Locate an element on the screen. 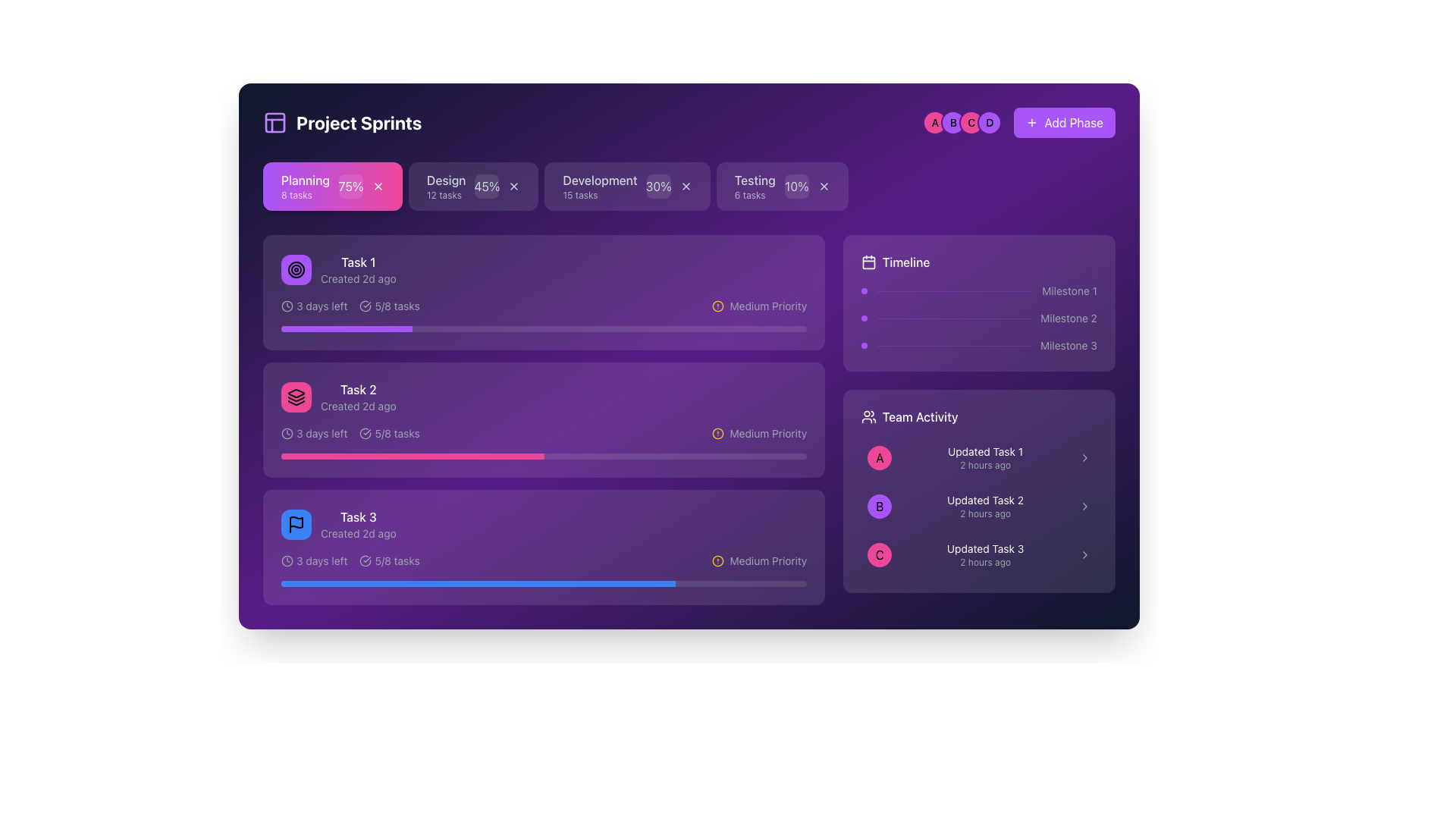 Image resolution: width=1456 pixels, height=819 pixels. the third list item labeled 'Updated Task 3' is located at coordinates (979, 555).